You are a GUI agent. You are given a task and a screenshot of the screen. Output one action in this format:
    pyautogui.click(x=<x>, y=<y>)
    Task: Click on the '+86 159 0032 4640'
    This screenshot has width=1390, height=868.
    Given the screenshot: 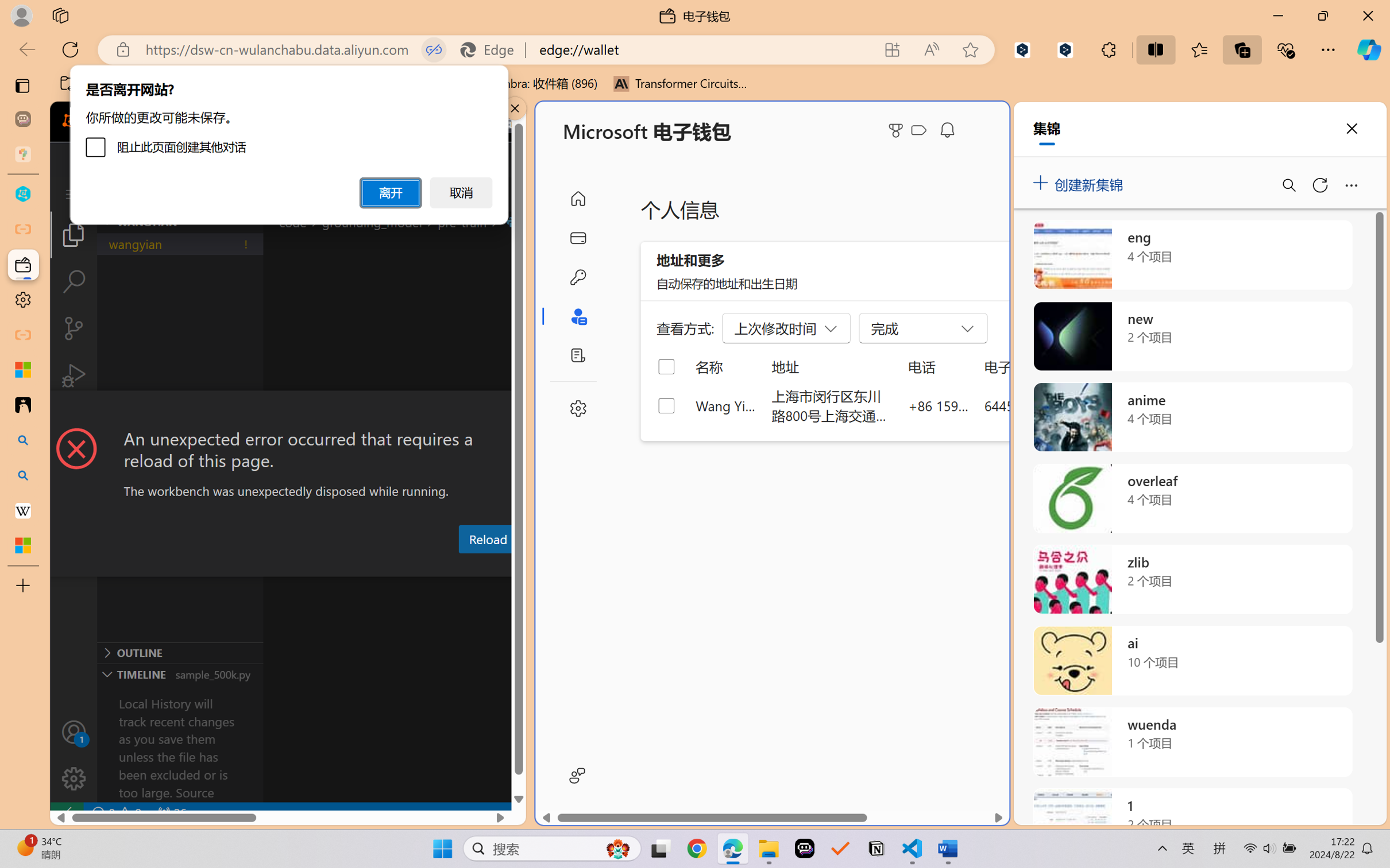 What is the action you would take?
    pyautogui.click(x=939, y=405)
    